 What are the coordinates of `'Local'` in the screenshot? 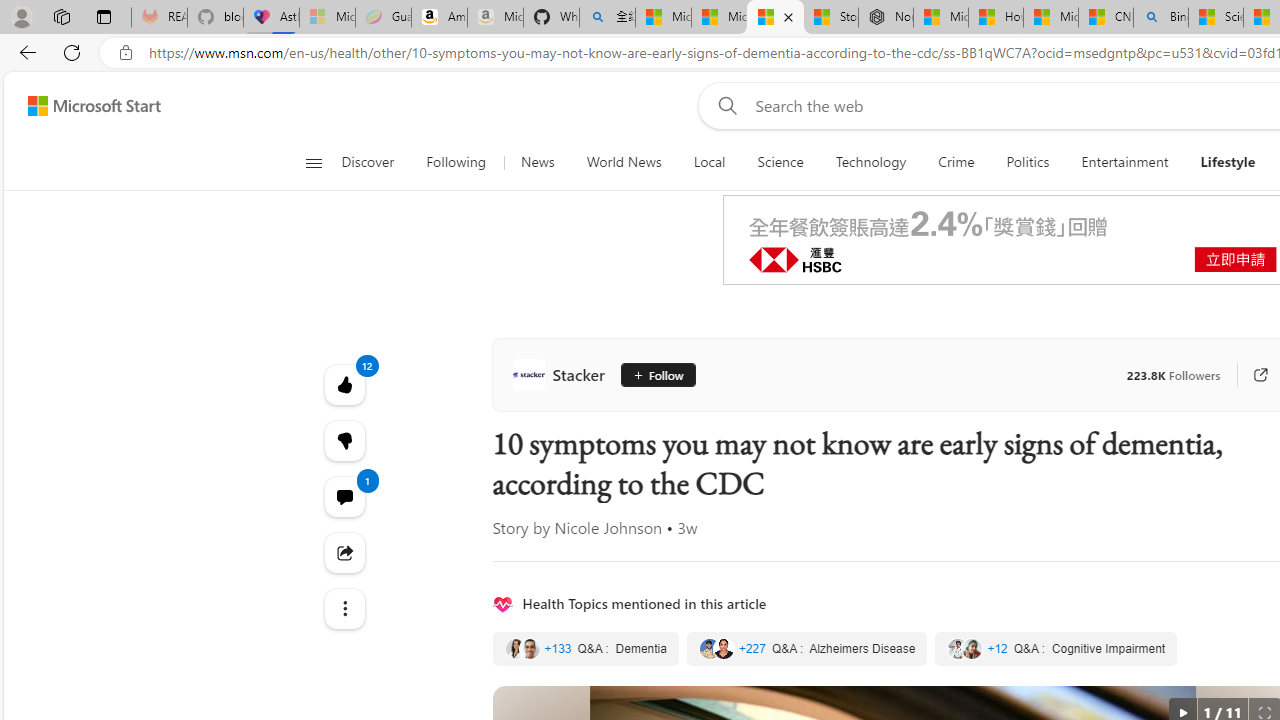 It's located at (709, 162).